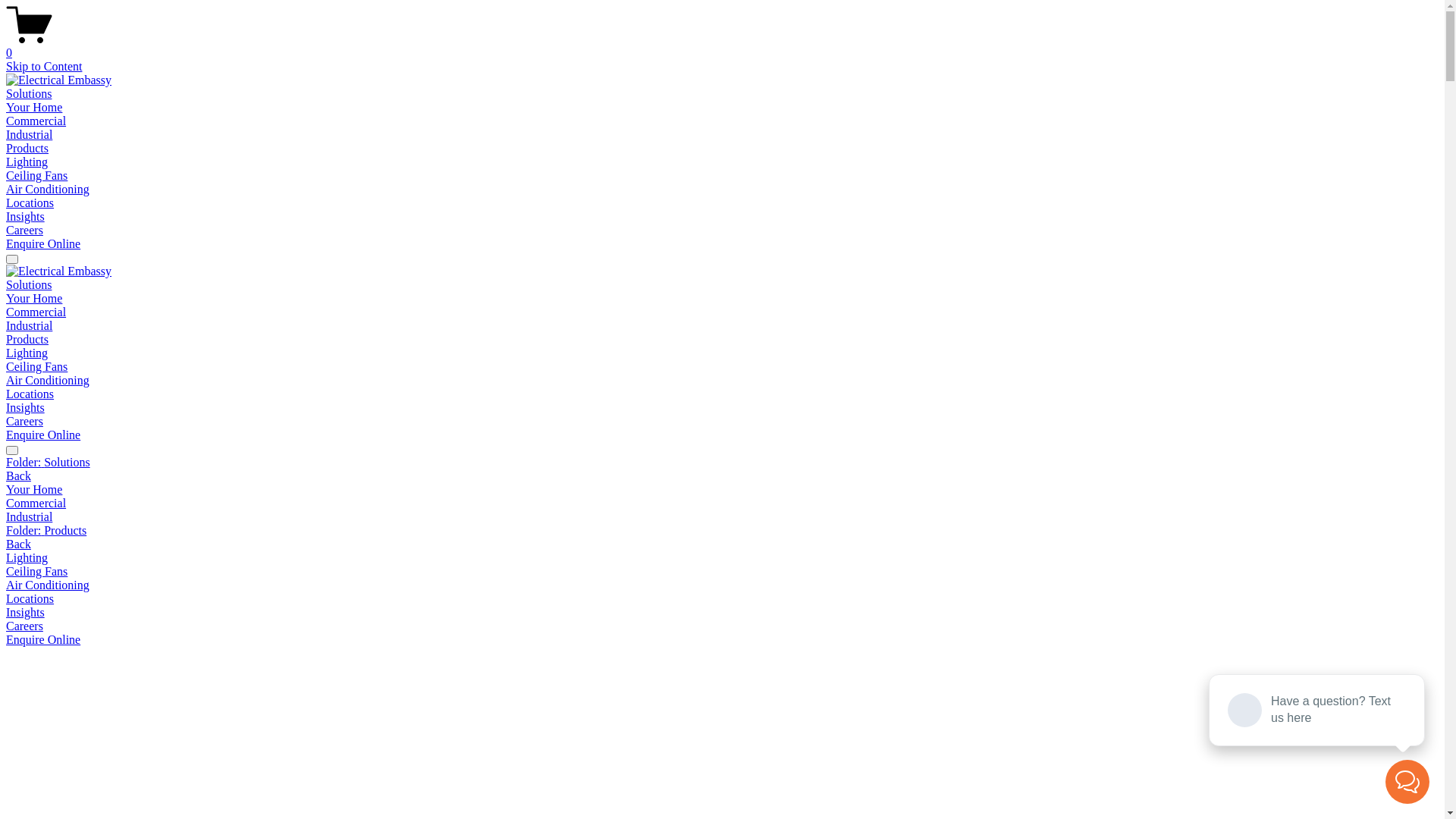 This screenshot has width=1456, height=819. What do you see at coordinates (721, 503) in the screenshot?
I see `'Commercial'` at bounding box center [721, 503].